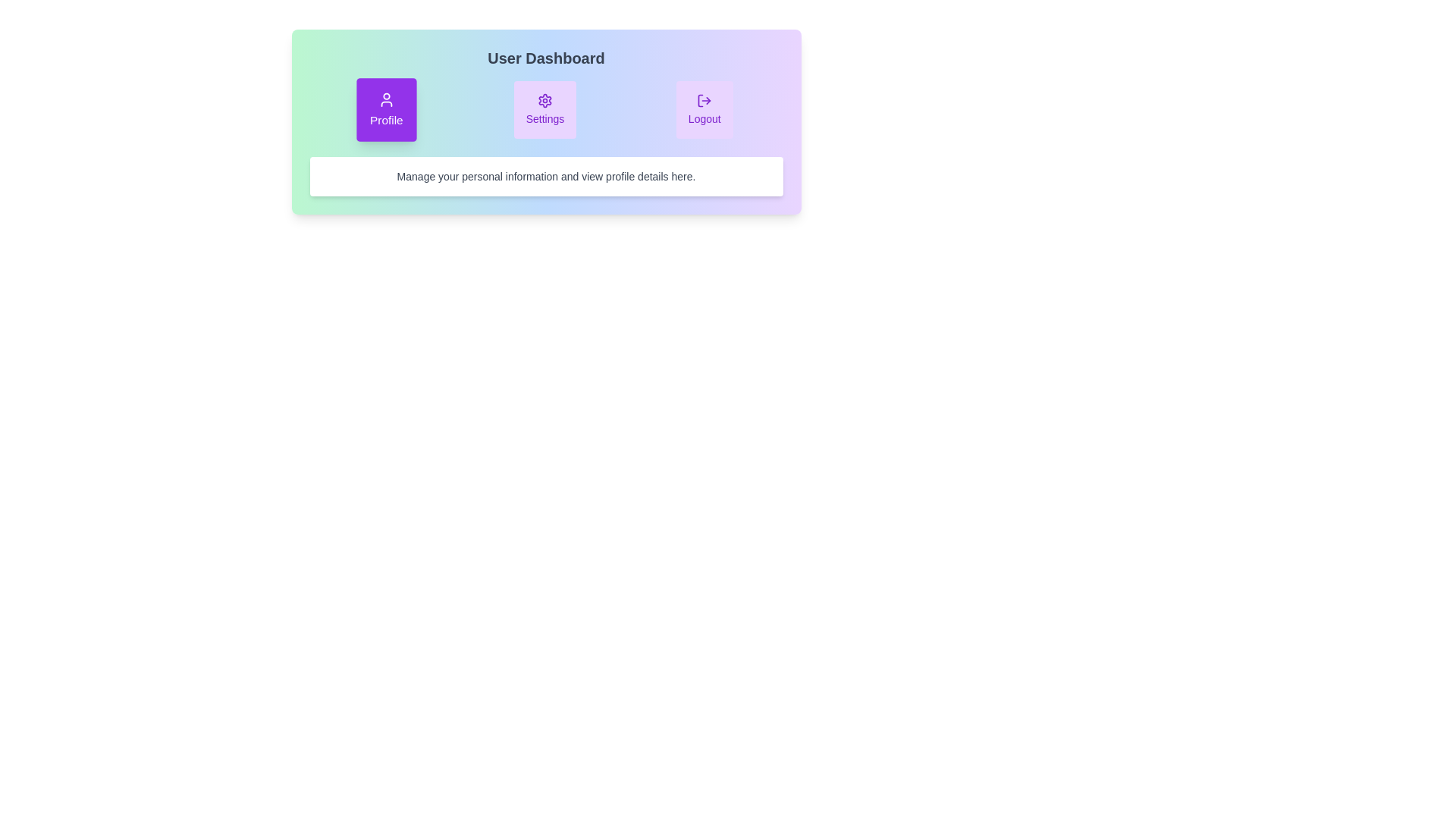 The height and width of the screenshot is (819, 1456). I want to click on the 'Settings' tab to activate it, so click(544, 109).